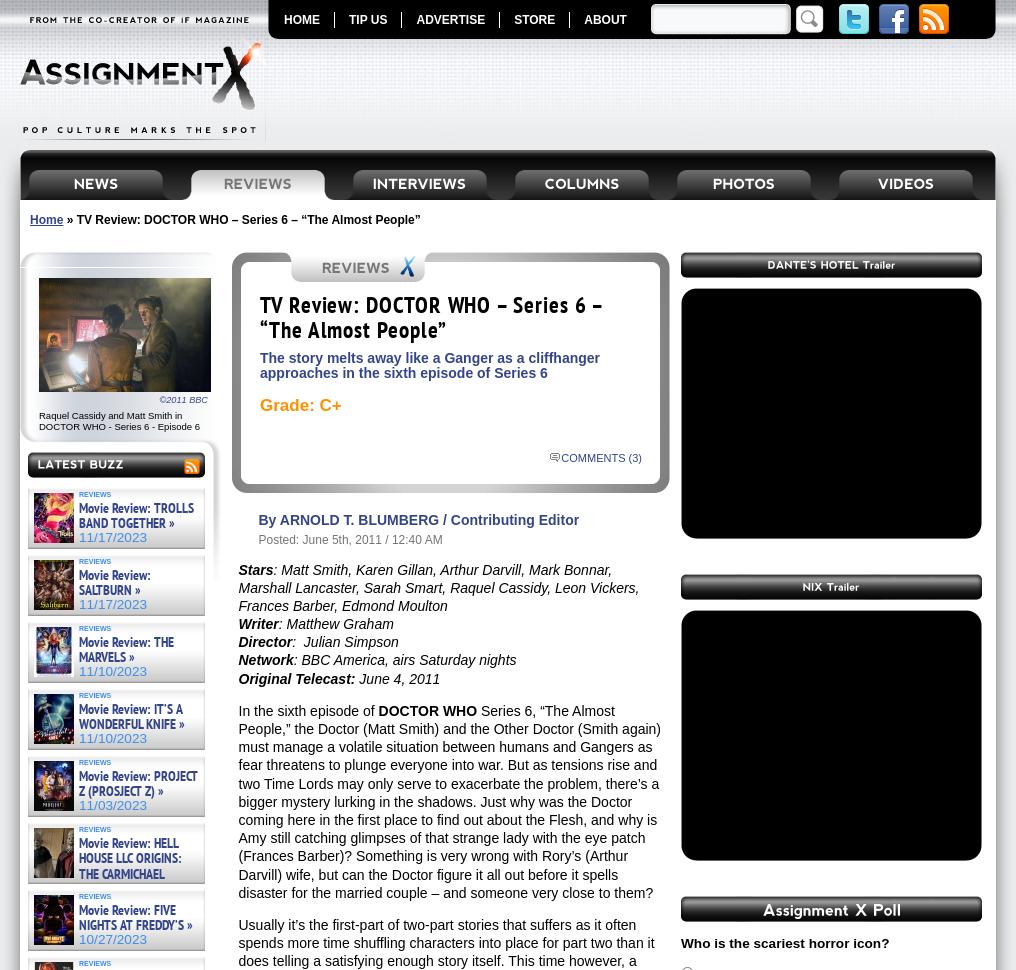 Image resolution: width=1016 pixels, height=970 pixels. What do you see at coordinates (256, 624) in the screenshot?
I see `'Writer'` at bounding box center [256, 624].